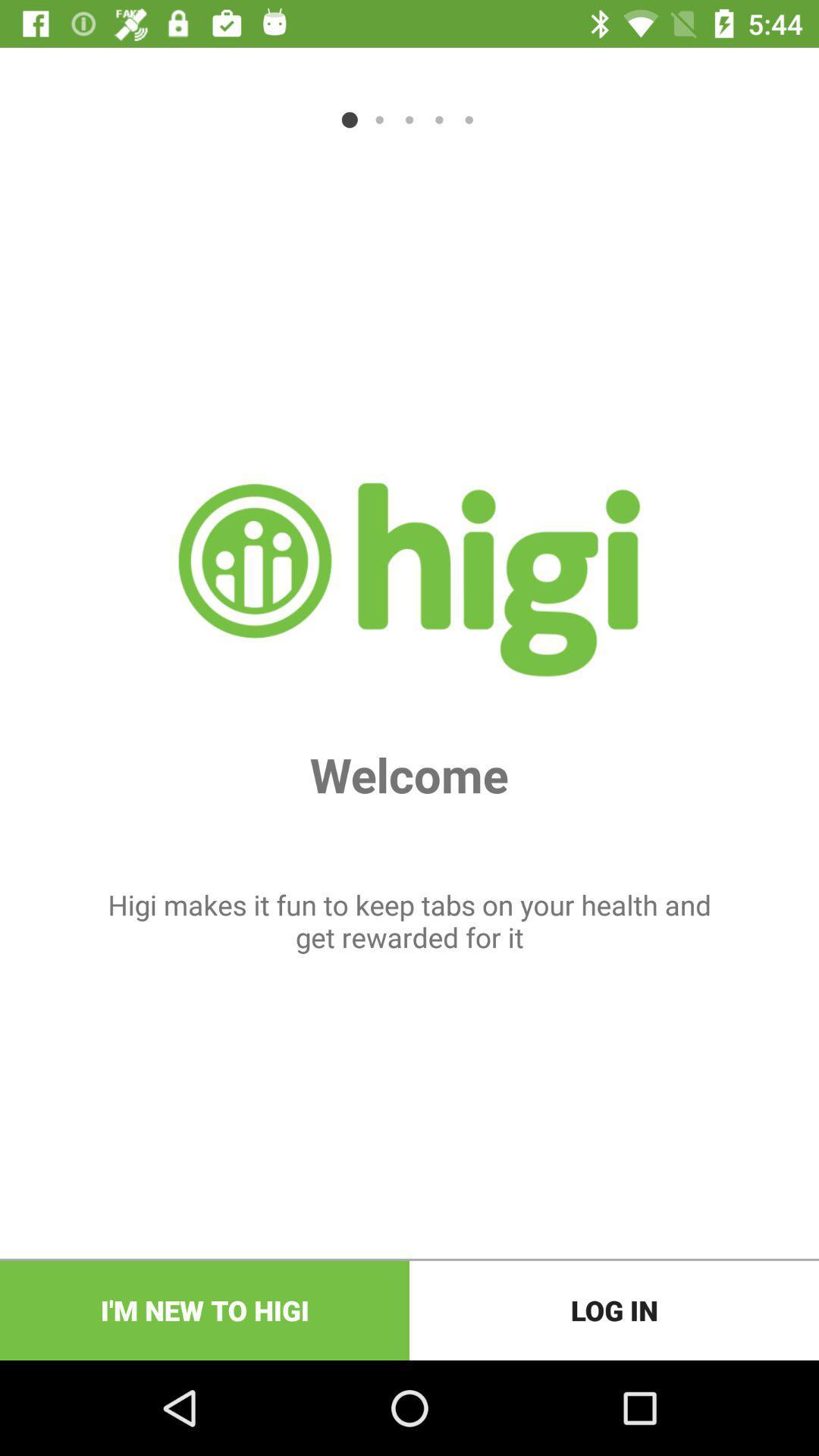 Image resolution: width=819 pixels, height=1456 pixels. What do you see at coordinates (205, 1310) in the screenshot?
I see `item next to log in item` at bounding box center [205, 1310].